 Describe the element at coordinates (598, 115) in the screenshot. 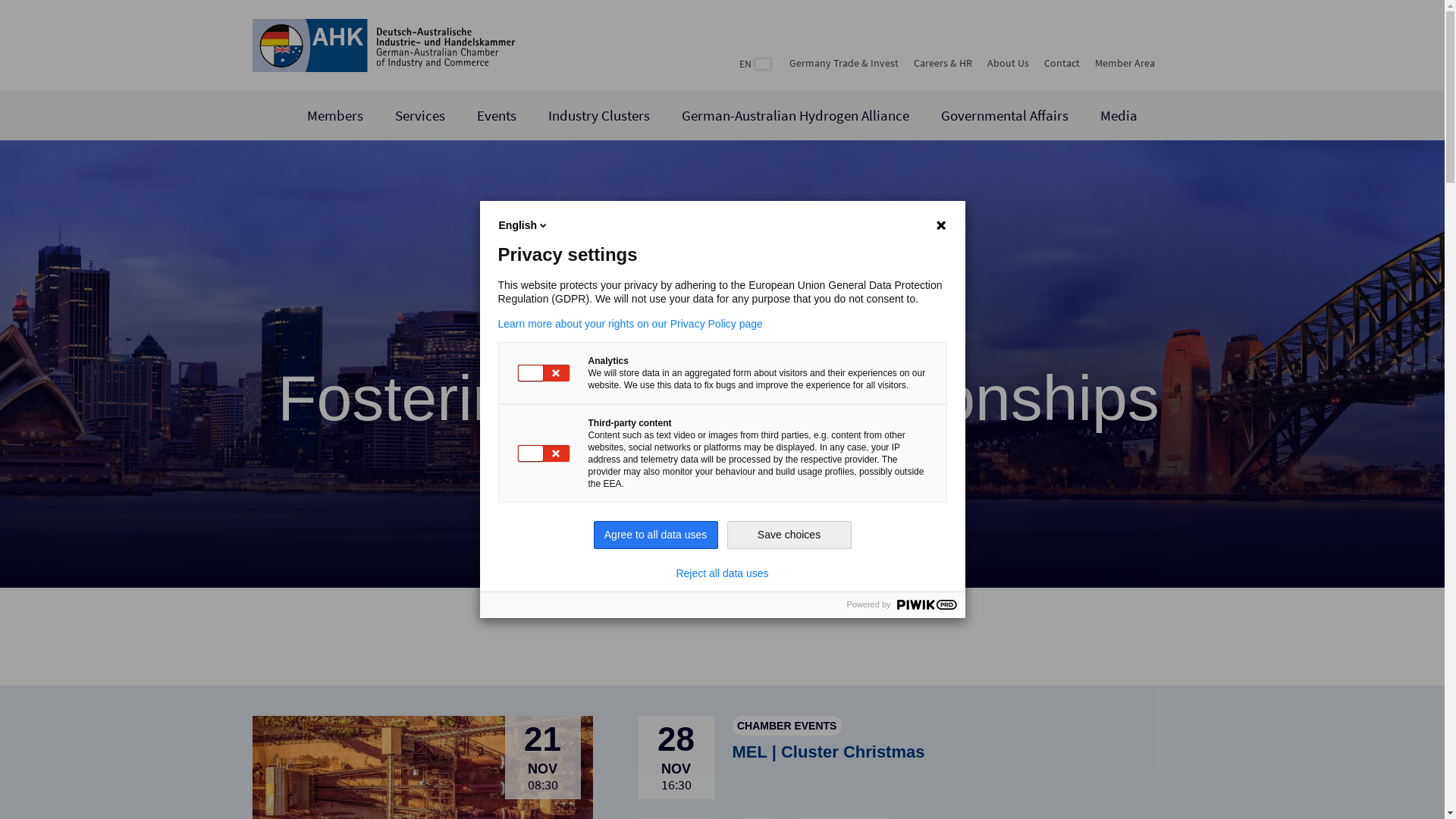

I see `'Industry Clusters'` at that location.